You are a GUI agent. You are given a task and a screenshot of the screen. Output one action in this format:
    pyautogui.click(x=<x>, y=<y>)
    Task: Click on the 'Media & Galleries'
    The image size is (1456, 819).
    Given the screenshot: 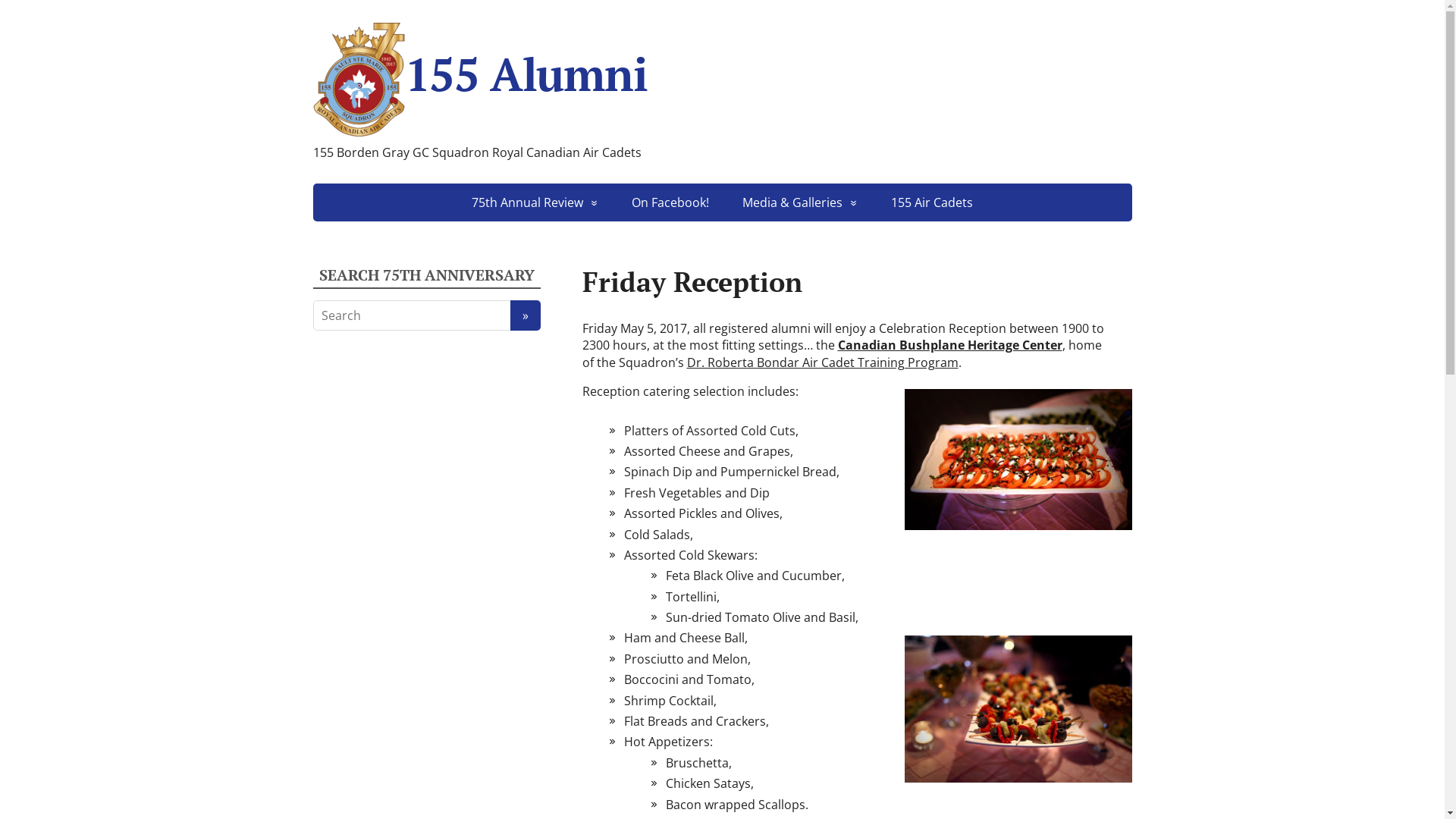 What is the action you would take?
    pyautogui.click(x=726, y=201)
    